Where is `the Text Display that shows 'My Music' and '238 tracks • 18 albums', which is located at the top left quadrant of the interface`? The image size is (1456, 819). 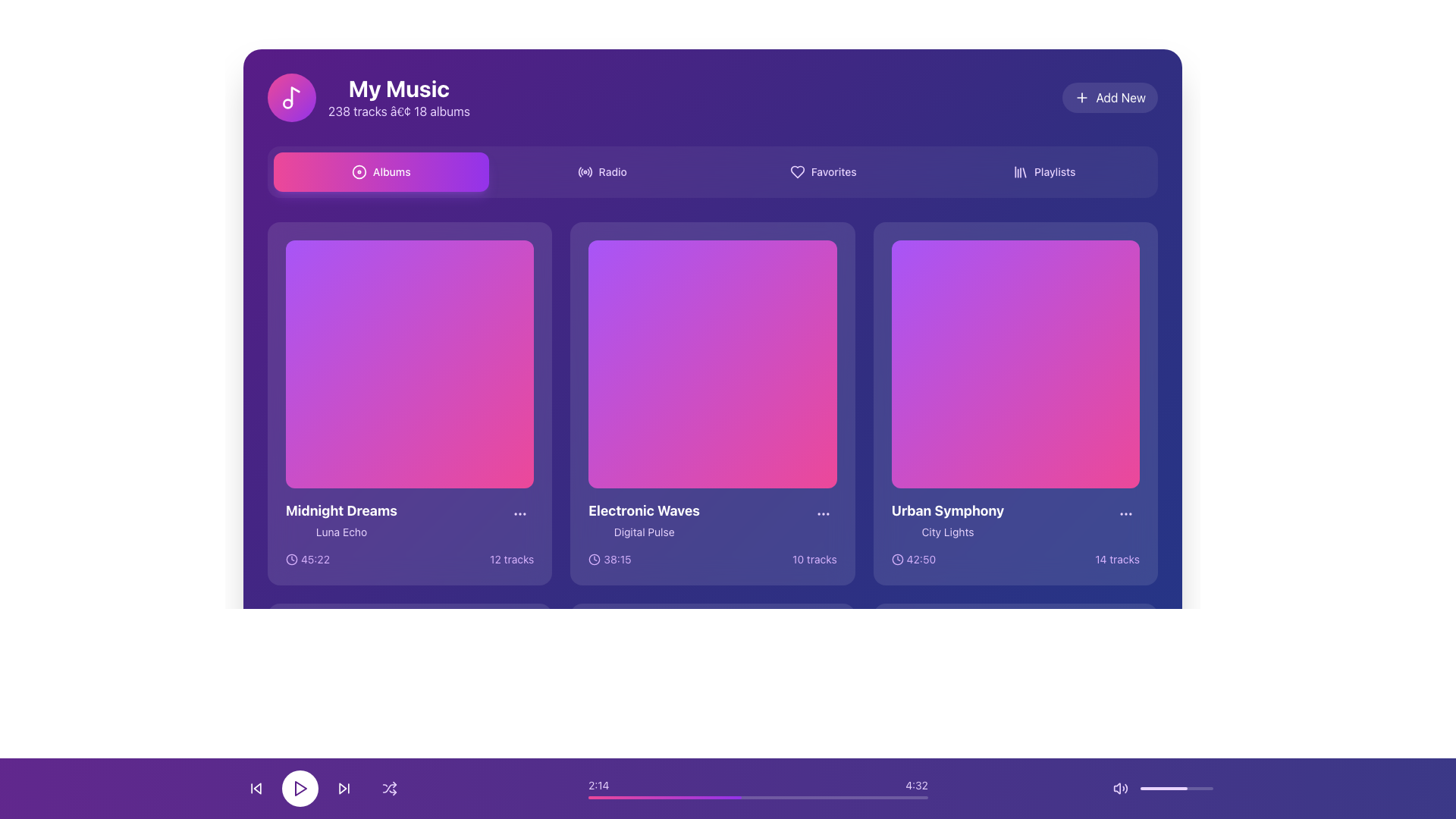 the Text Display that shows 'My Music' and '238 tracks • 18 albums', which is located at the top left quadrant of the interface is located at coordinates (399, 97).